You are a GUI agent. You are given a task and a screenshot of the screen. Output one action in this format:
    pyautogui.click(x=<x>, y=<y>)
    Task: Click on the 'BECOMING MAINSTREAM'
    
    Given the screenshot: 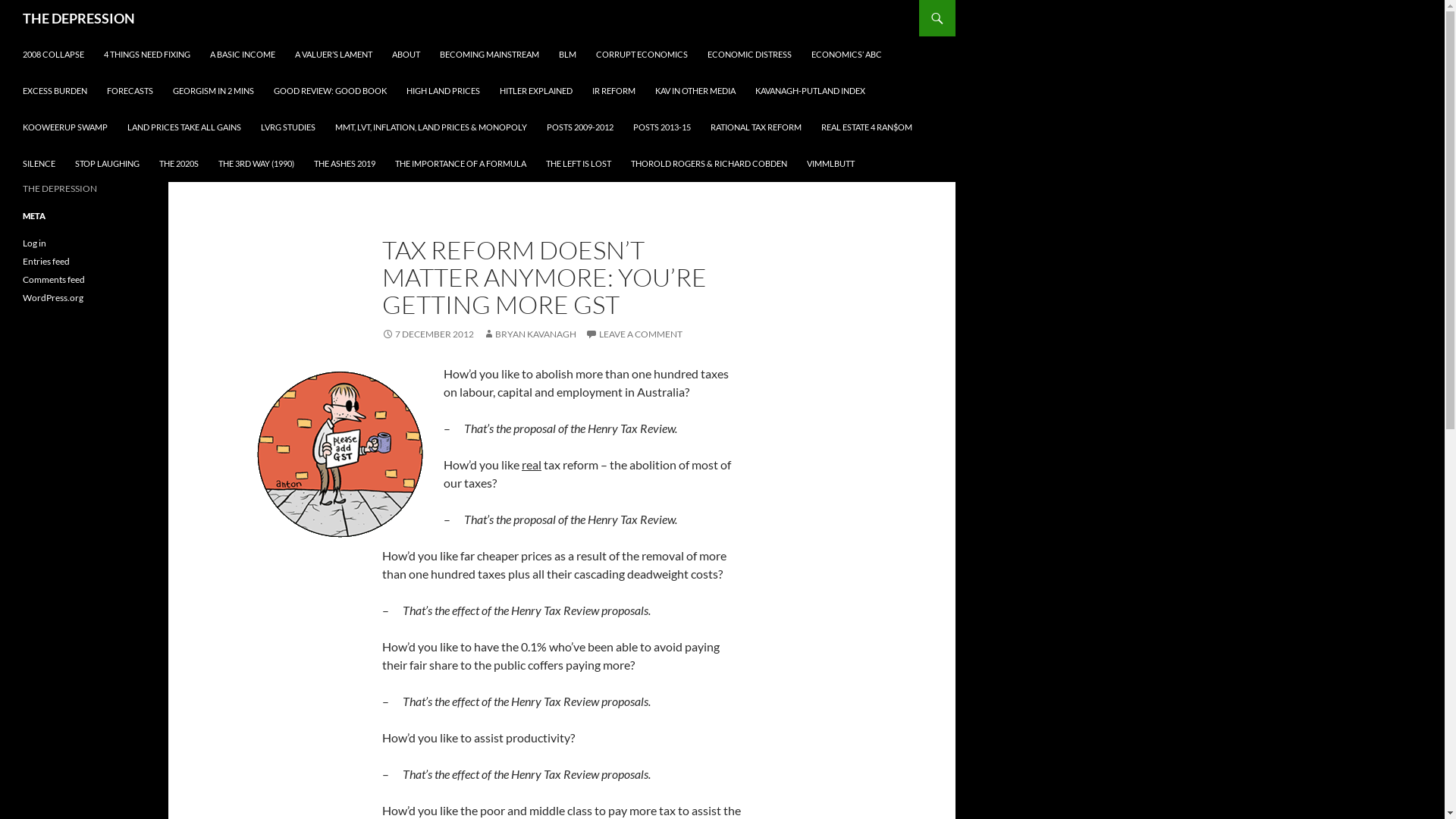 What is the action you would take?
    pyautogui.click(x=489, y=54)
    